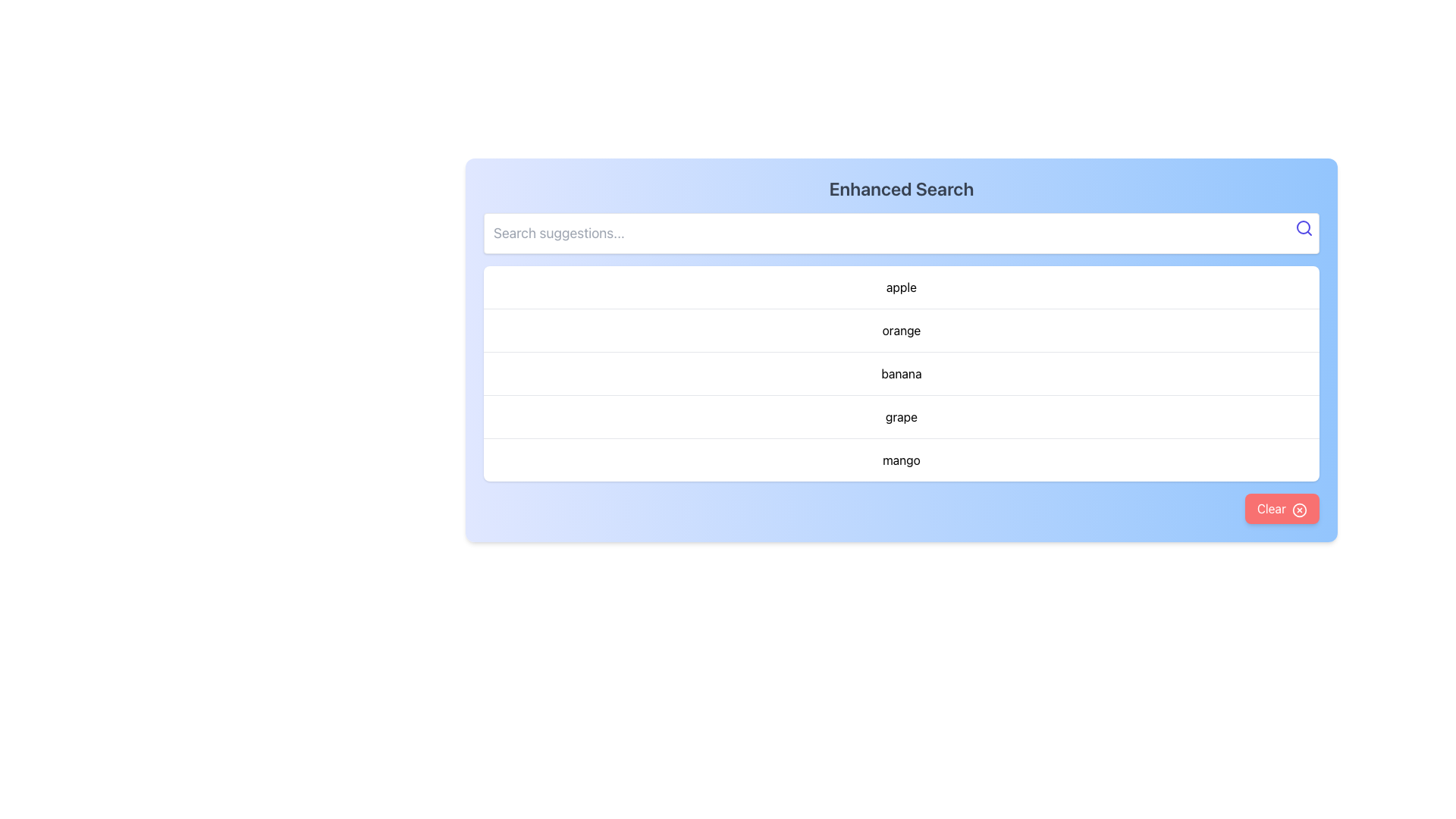 The image size is (1456, 819). What do you see at coordinates (902, 459) in the screenshot?
I see `the selectable list item displaying the word 'mango', which is the last item in a vertical list of options` at bounding box center [902, 459].